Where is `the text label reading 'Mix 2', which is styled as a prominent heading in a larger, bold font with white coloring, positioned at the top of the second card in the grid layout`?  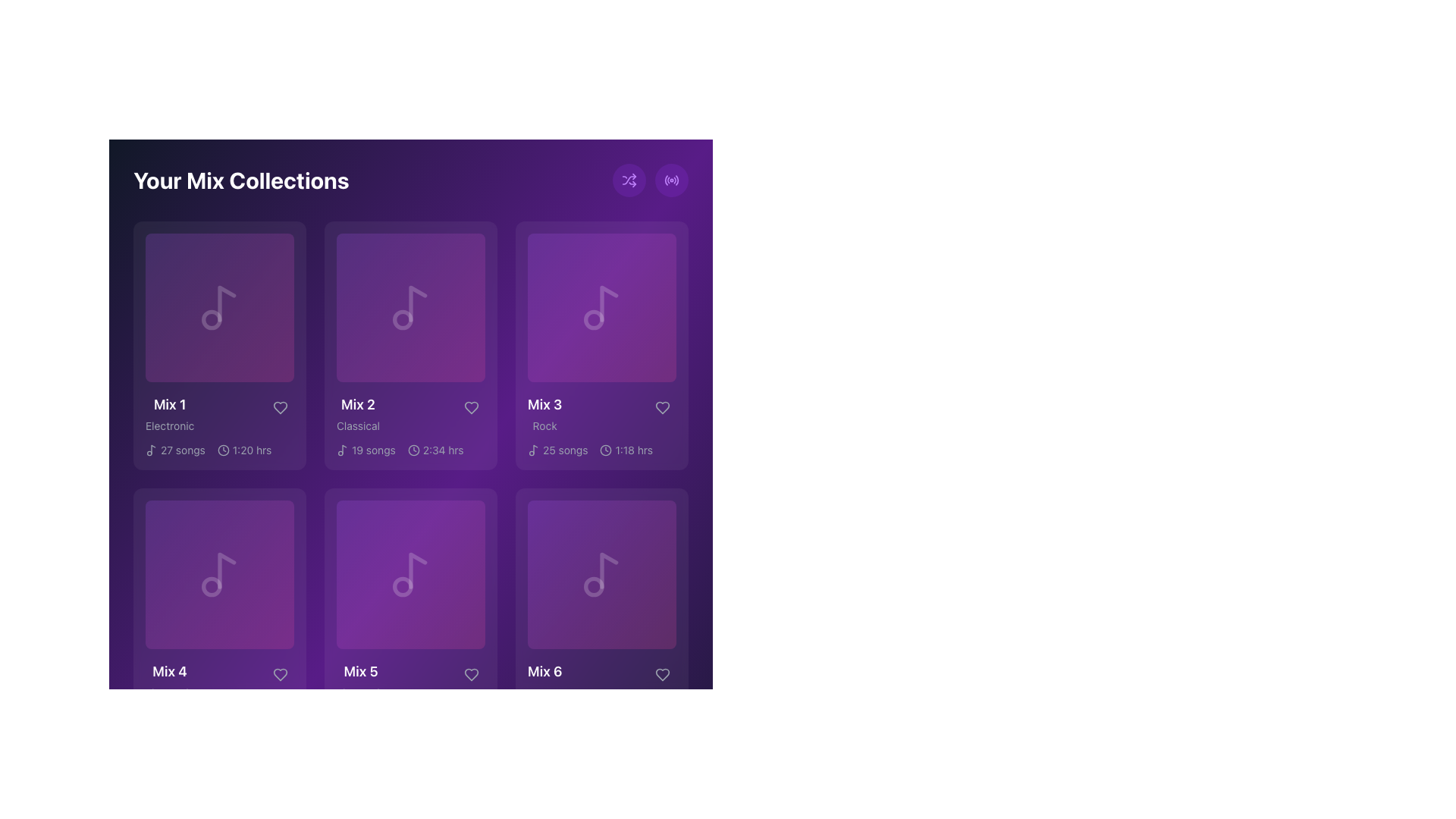 the text label reading 'Mix 2', which is styled as a prominent heading in a larger, bold font with white coloring, positioned at the top of the second card in the grid layout is located at coordinates (357, 403).